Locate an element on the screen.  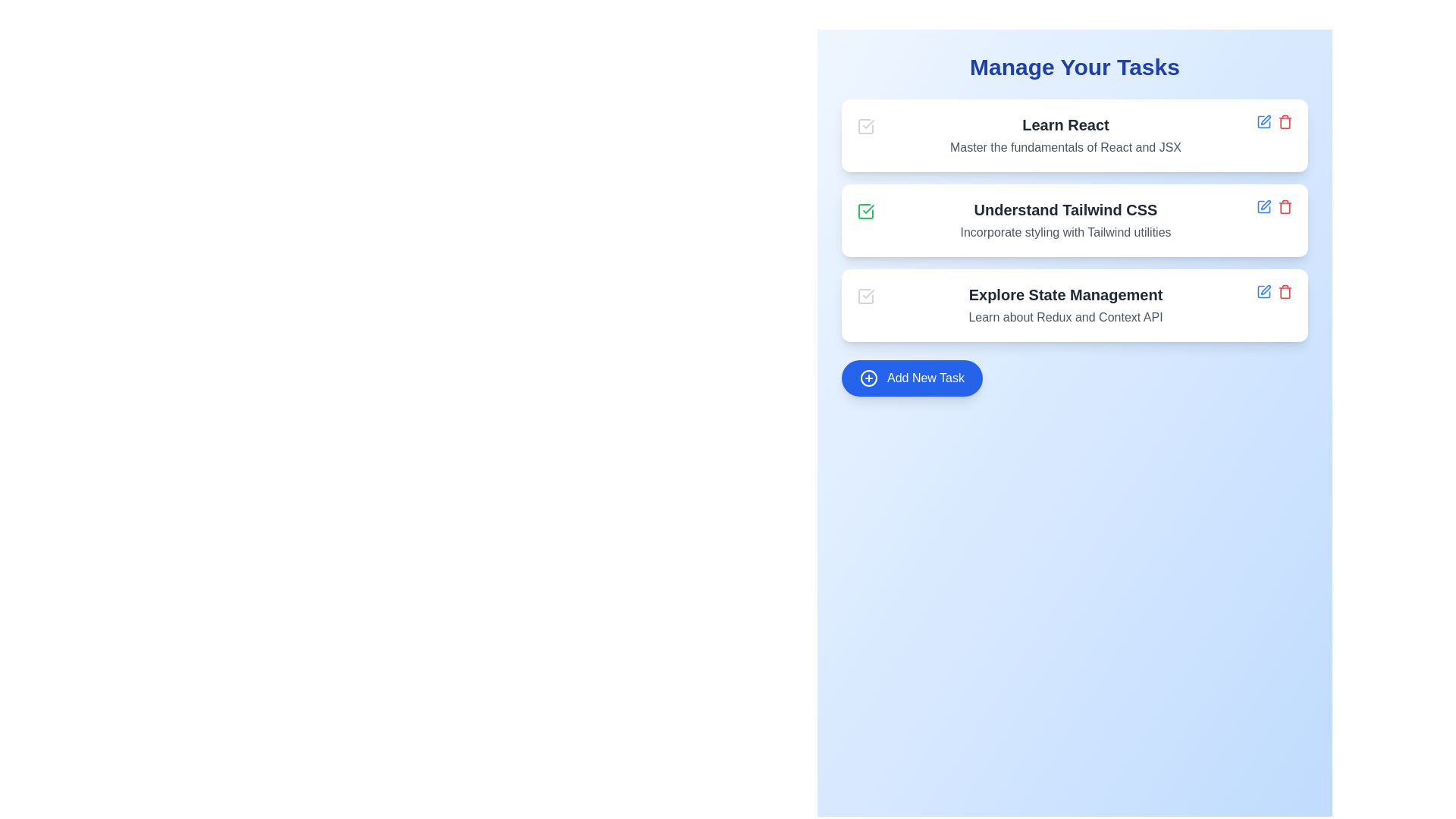
the actionable pen icon located in the top-right corner of the task item for 'Understand Tailwind CSS' is located at coordinates (1266, 205).